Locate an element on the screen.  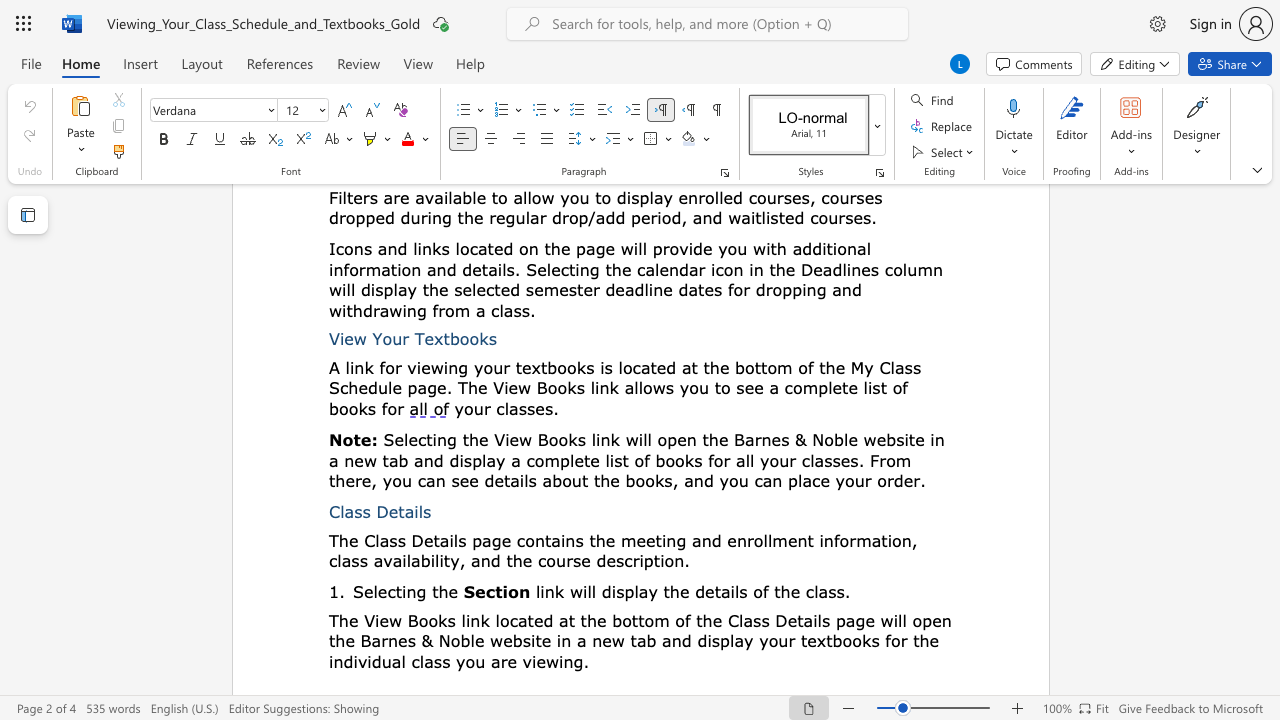
the 3th character "i" in the text is located at coordinates (613, 590).